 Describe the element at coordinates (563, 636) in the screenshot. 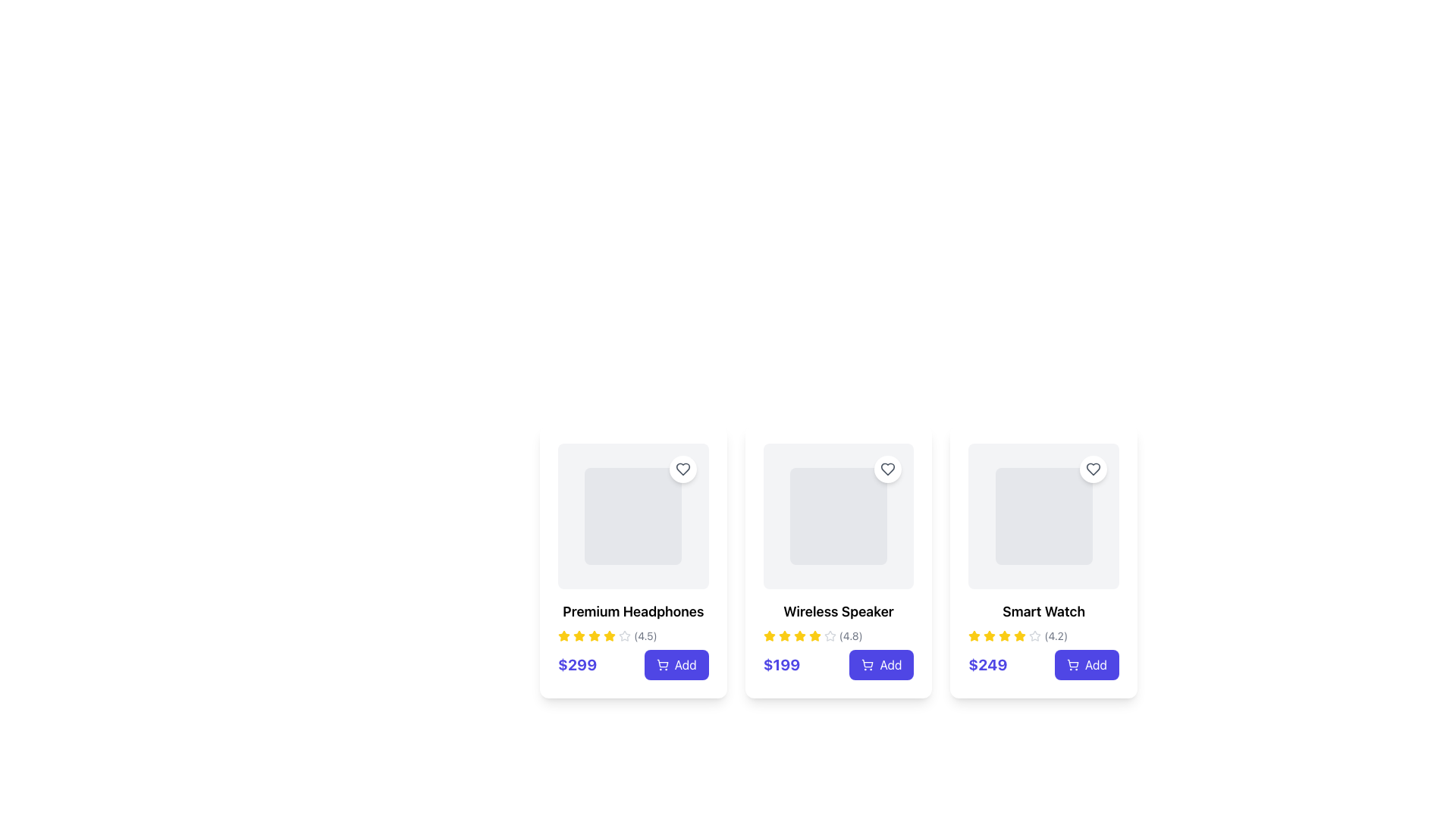

I see `the first star icon of the 5-star rating system below the product title 'Premium Headphones' to indicate feedback` at that location.